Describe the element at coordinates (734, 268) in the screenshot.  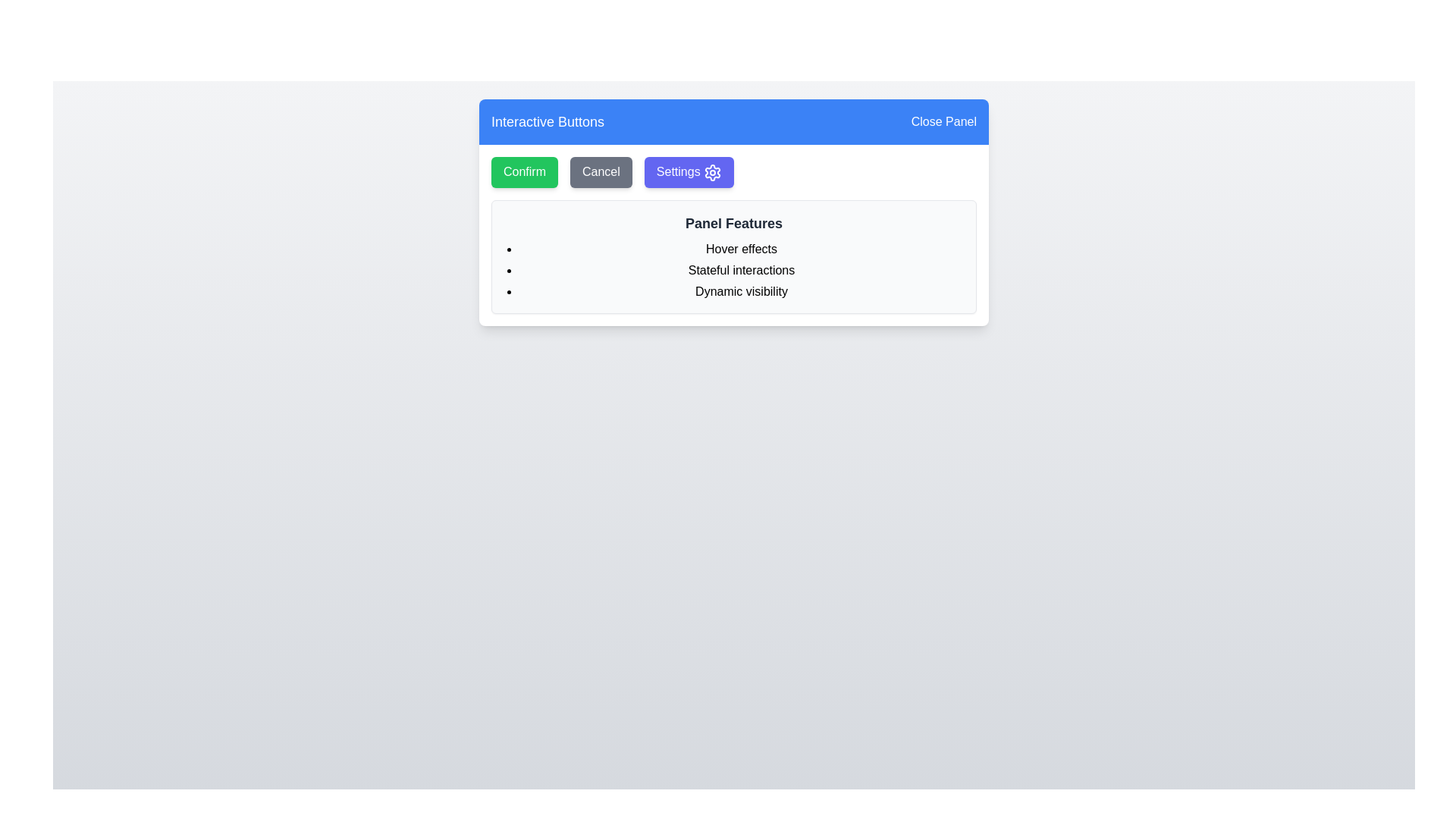
I see `the text items in the vertically arranged list of features, which includes 'Hover effects,' 'Stateful interactions,' and 'Dynamic visibility,' located in the center of the 'Panel Features' section` at that location.